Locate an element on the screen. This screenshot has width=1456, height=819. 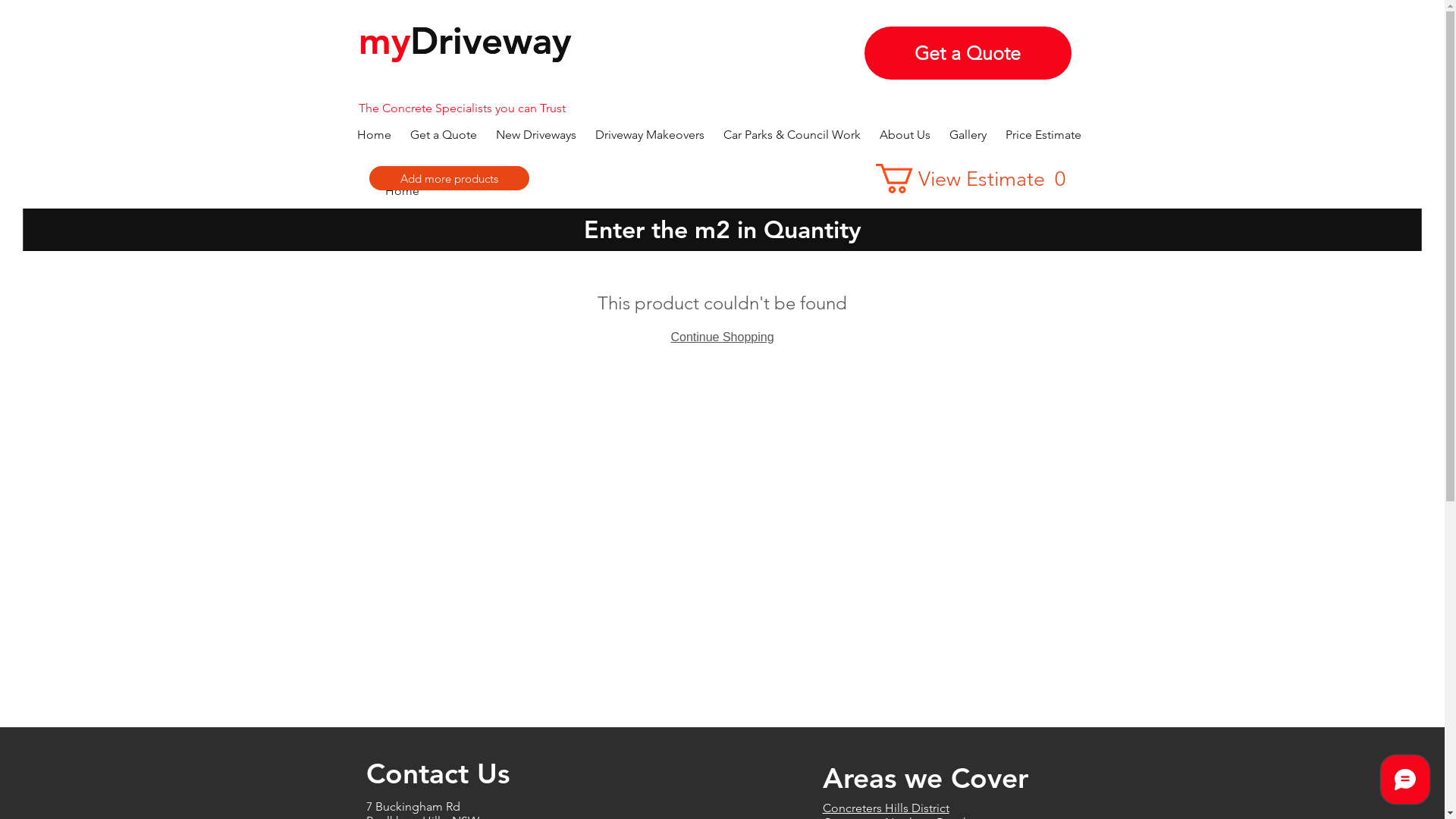
'Home' is located at coordinates (385, 190).